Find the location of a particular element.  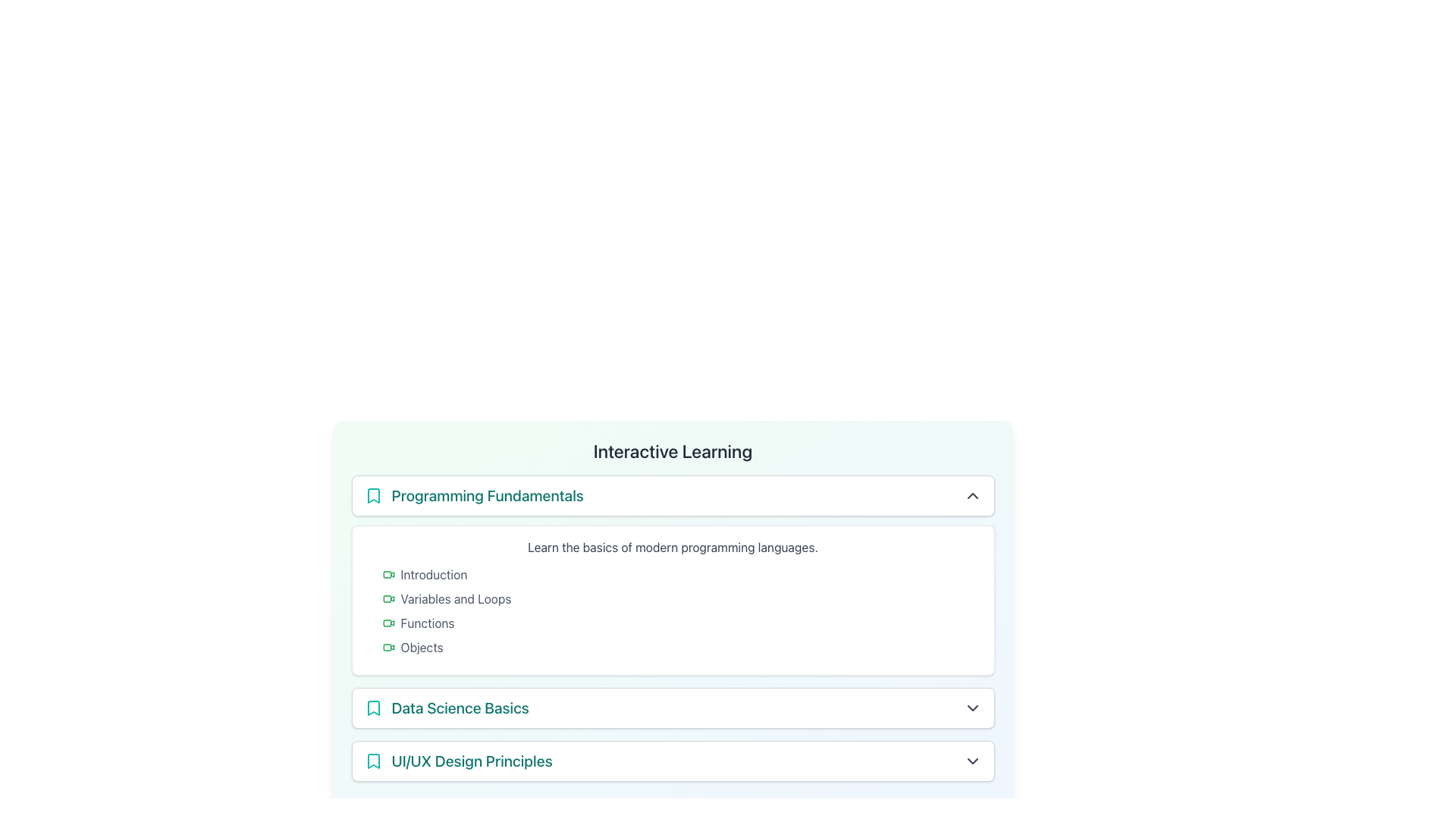

the third entry in the list under 'Programming Fundamentals' is located at coordinates (681, 623).